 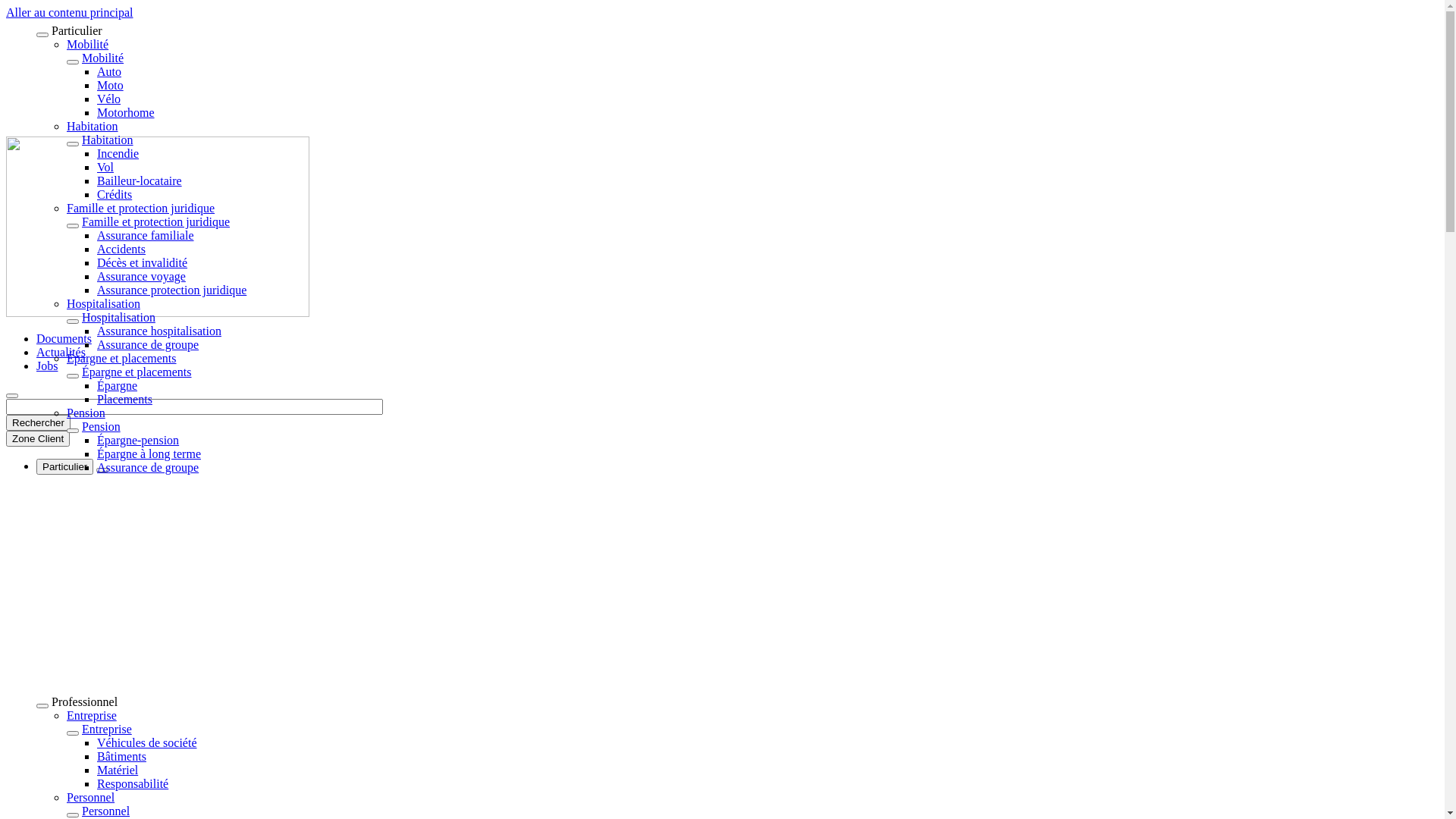 I want to click on 'Bailleur-locataire', so click(x=139, y=180).